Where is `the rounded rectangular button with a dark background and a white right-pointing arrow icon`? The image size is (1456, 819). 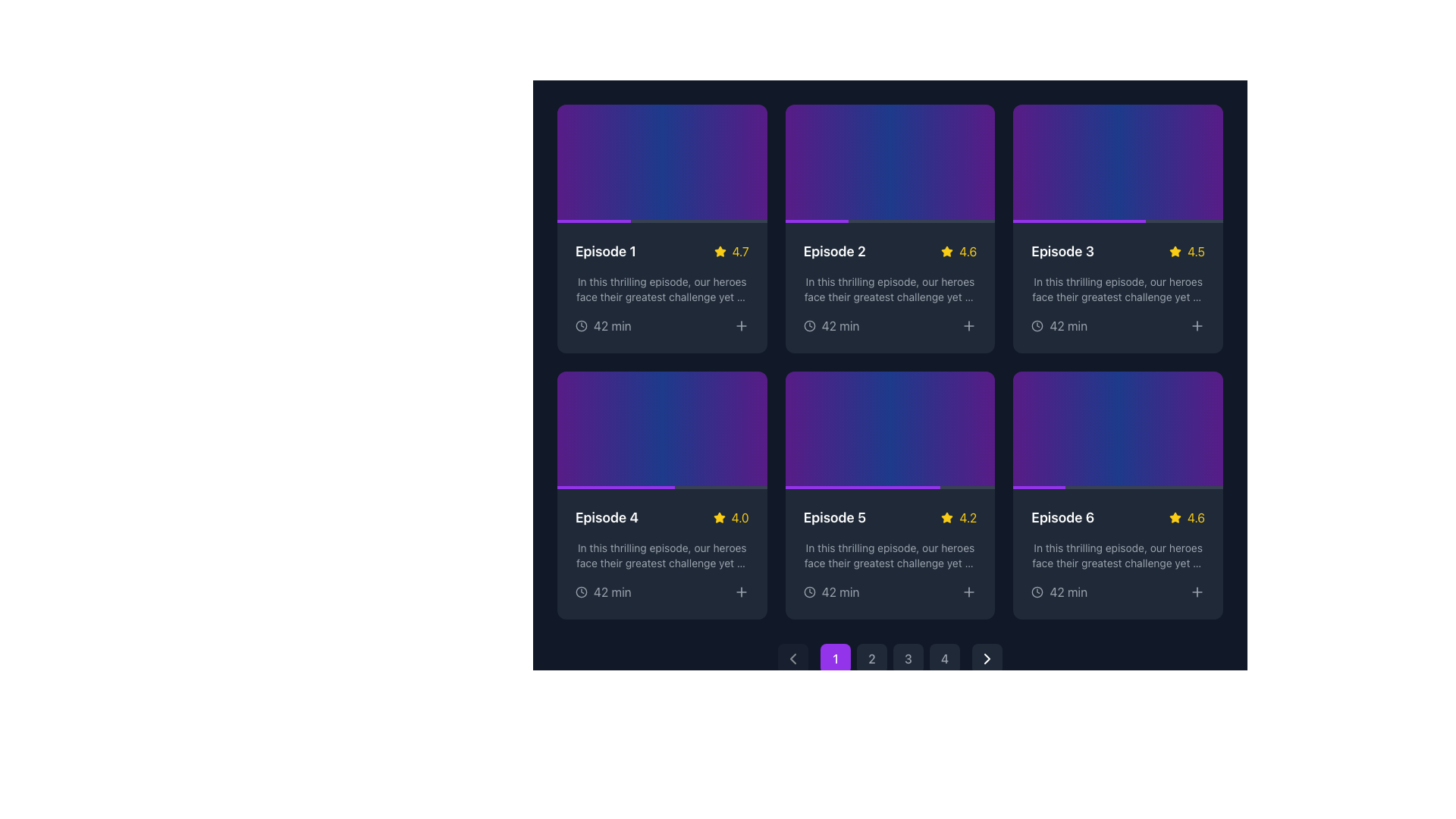
the rounded rectangular button with a dark background and a white right-pointing arrow icon is located at coordinates (987, 657).